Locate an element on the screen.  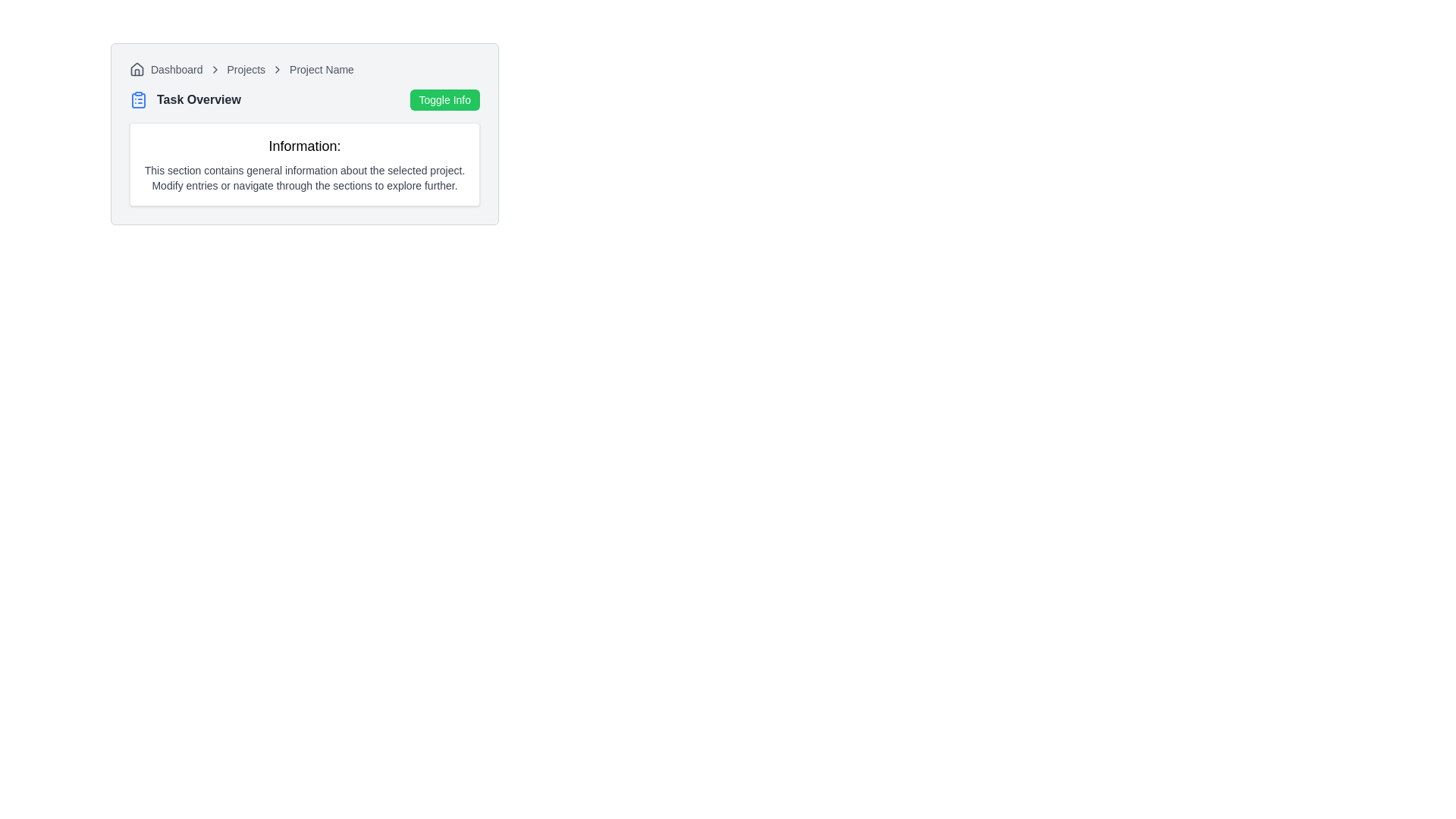
bold, enlarged text label that reads 'Information:' located at the top-left of the information section, above the descriptive paragraph is located at coordinates (304, 146).